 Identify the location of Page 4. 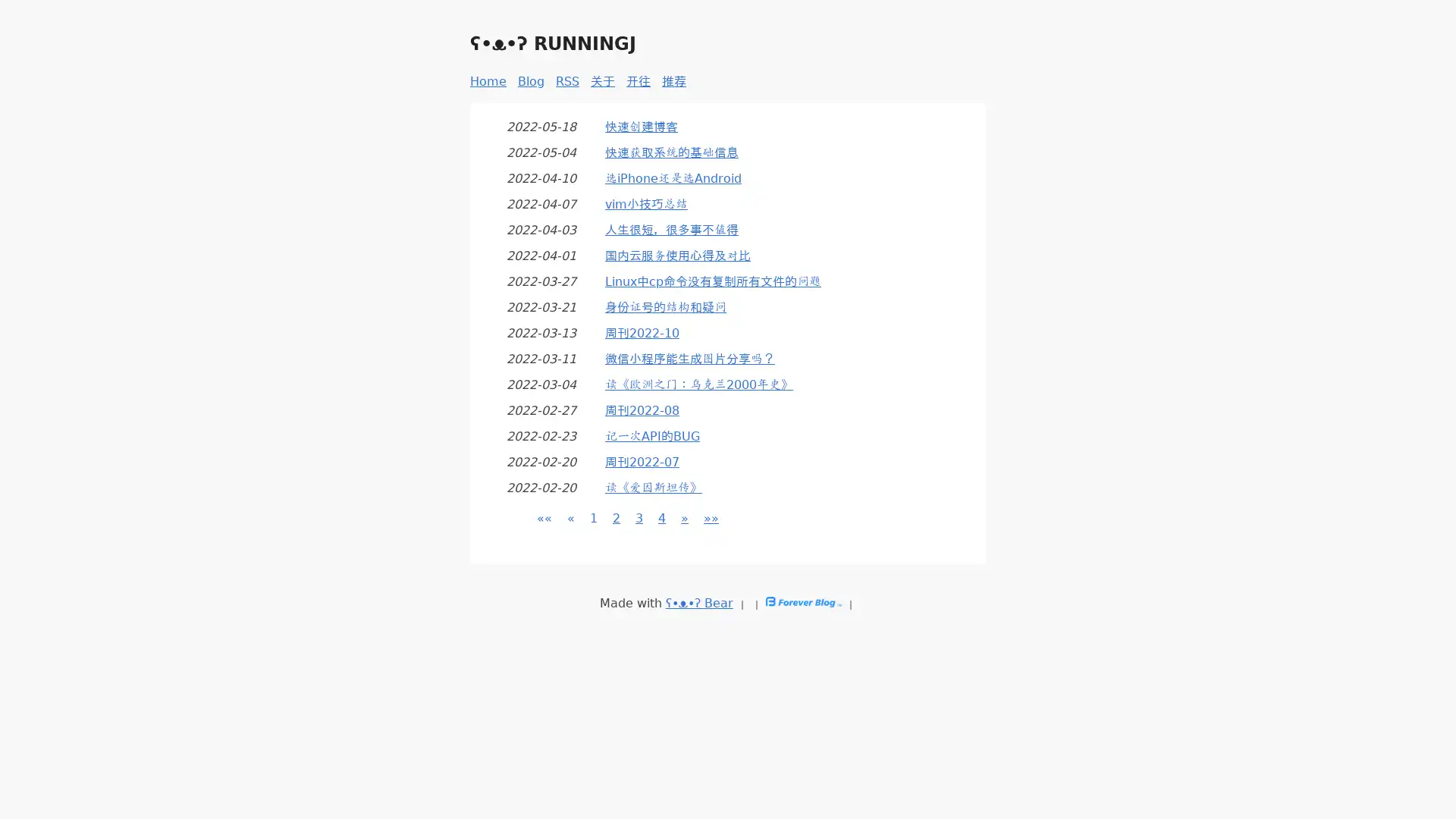
(662, 516).